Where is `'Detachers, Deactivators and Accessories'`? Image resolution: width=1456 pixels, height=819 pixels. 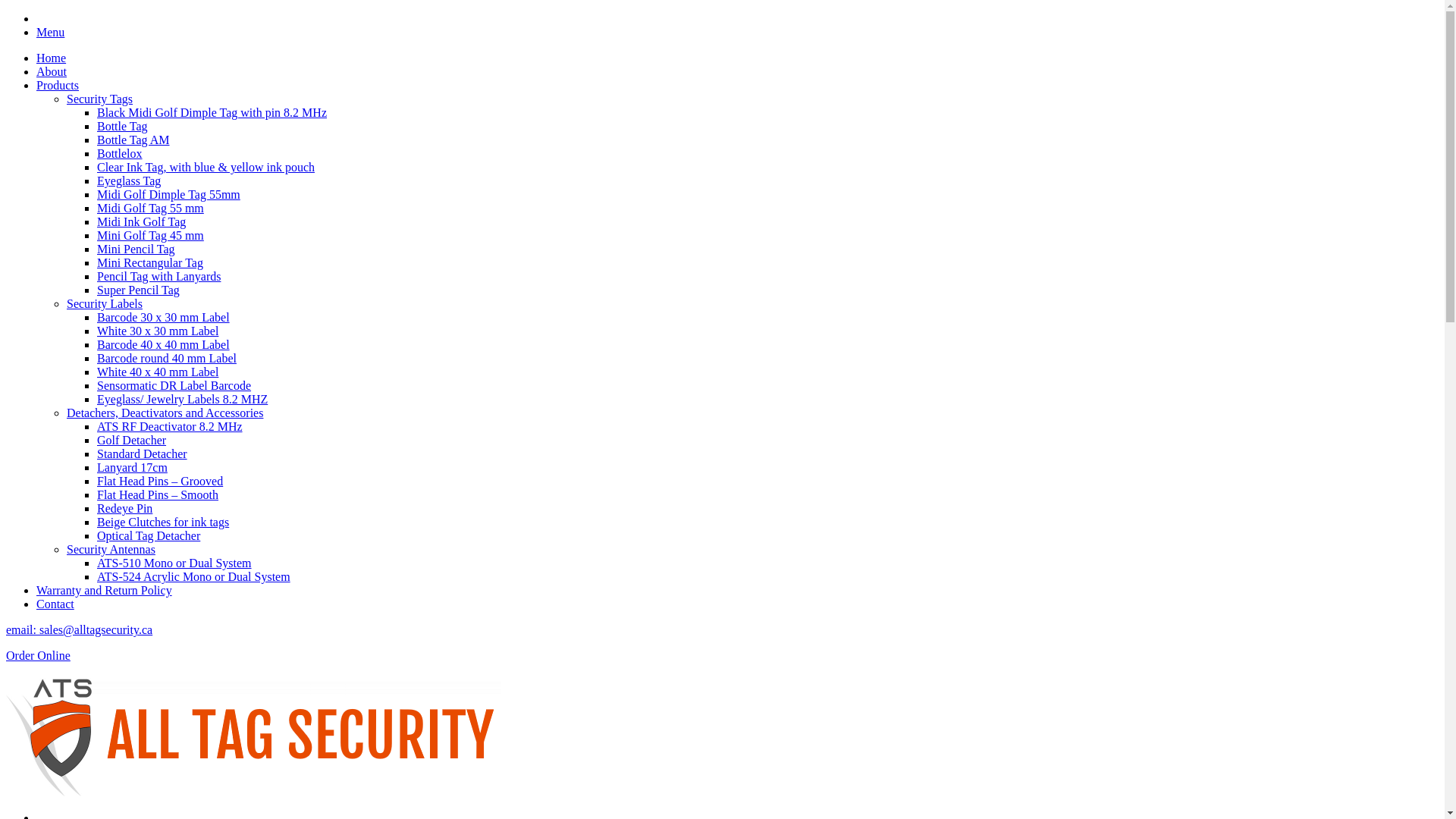
'Detachers, Deactivators and Accessories' is located at coordinates (165, 413).